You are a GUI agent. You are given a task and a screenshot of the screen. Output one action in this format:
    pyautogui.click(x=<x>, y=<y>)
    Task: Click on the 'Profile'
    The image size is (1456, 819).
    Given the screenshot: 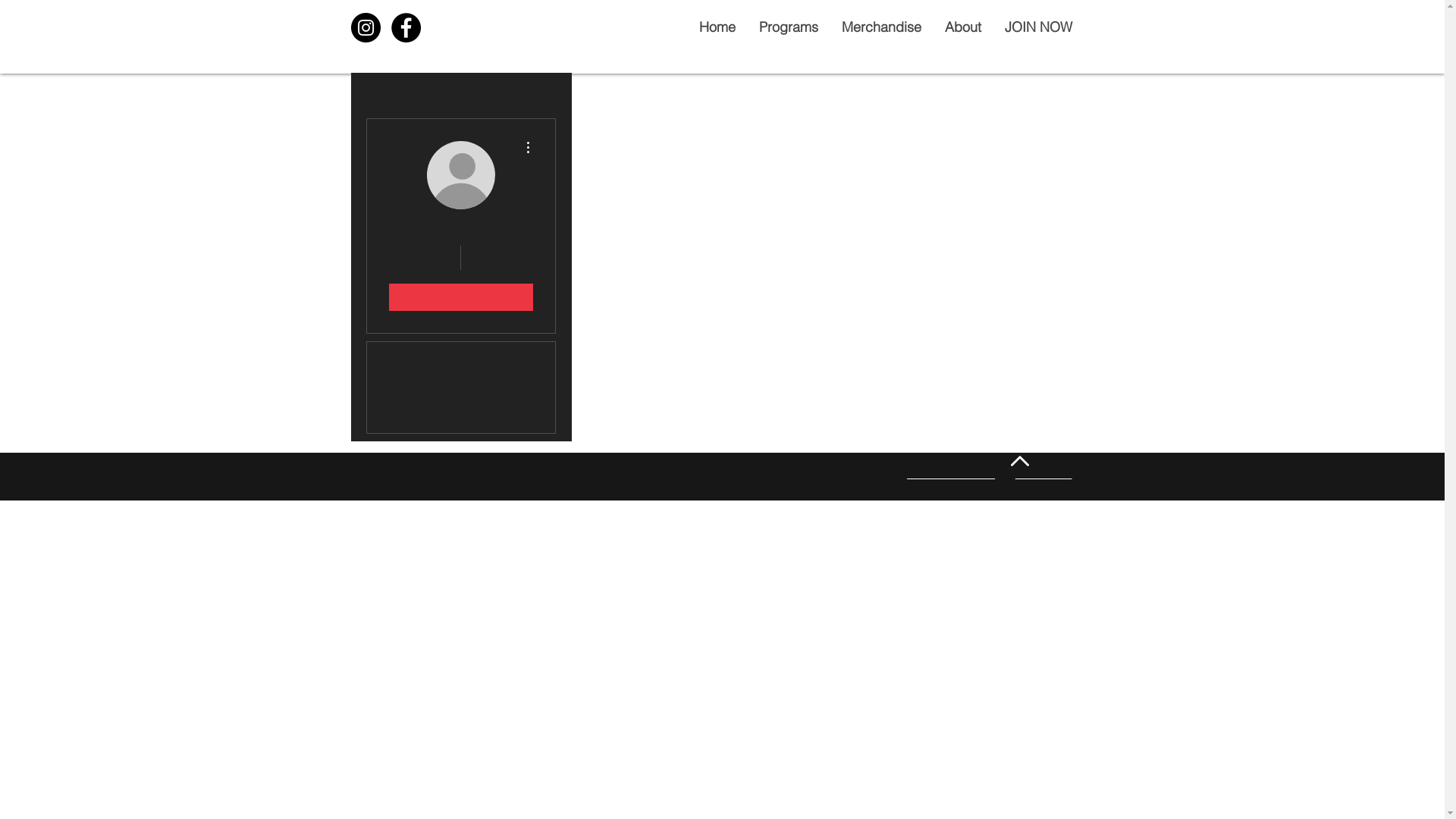 What is the action you would take?
    pyautogui.click(x=460, y=356)
    